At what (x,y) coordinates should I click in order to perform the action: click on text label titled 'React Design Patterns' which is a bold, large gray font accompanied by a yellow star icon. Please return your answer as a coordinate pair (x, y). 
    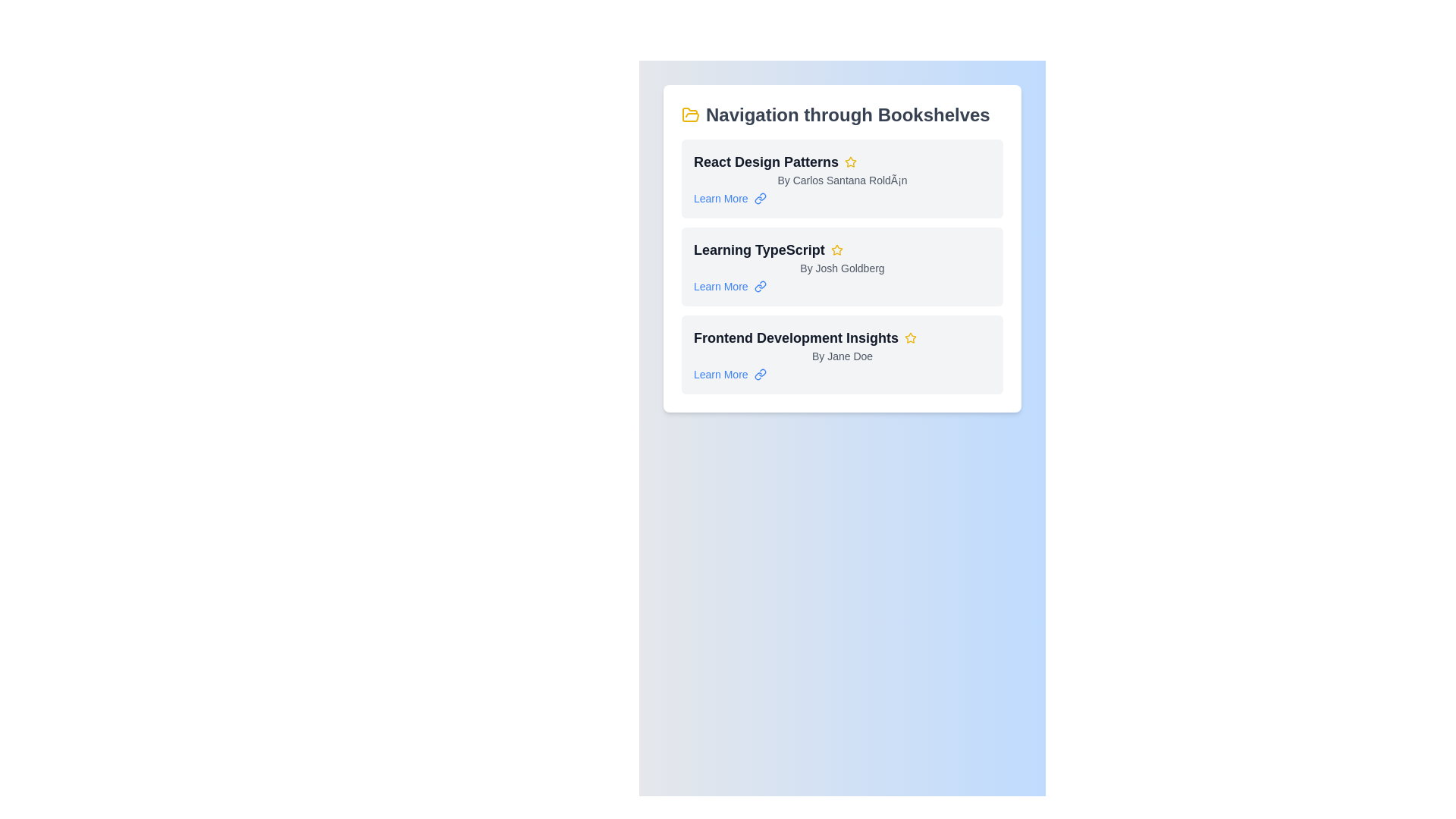
    Looking at the image, I should click on (841, 162).